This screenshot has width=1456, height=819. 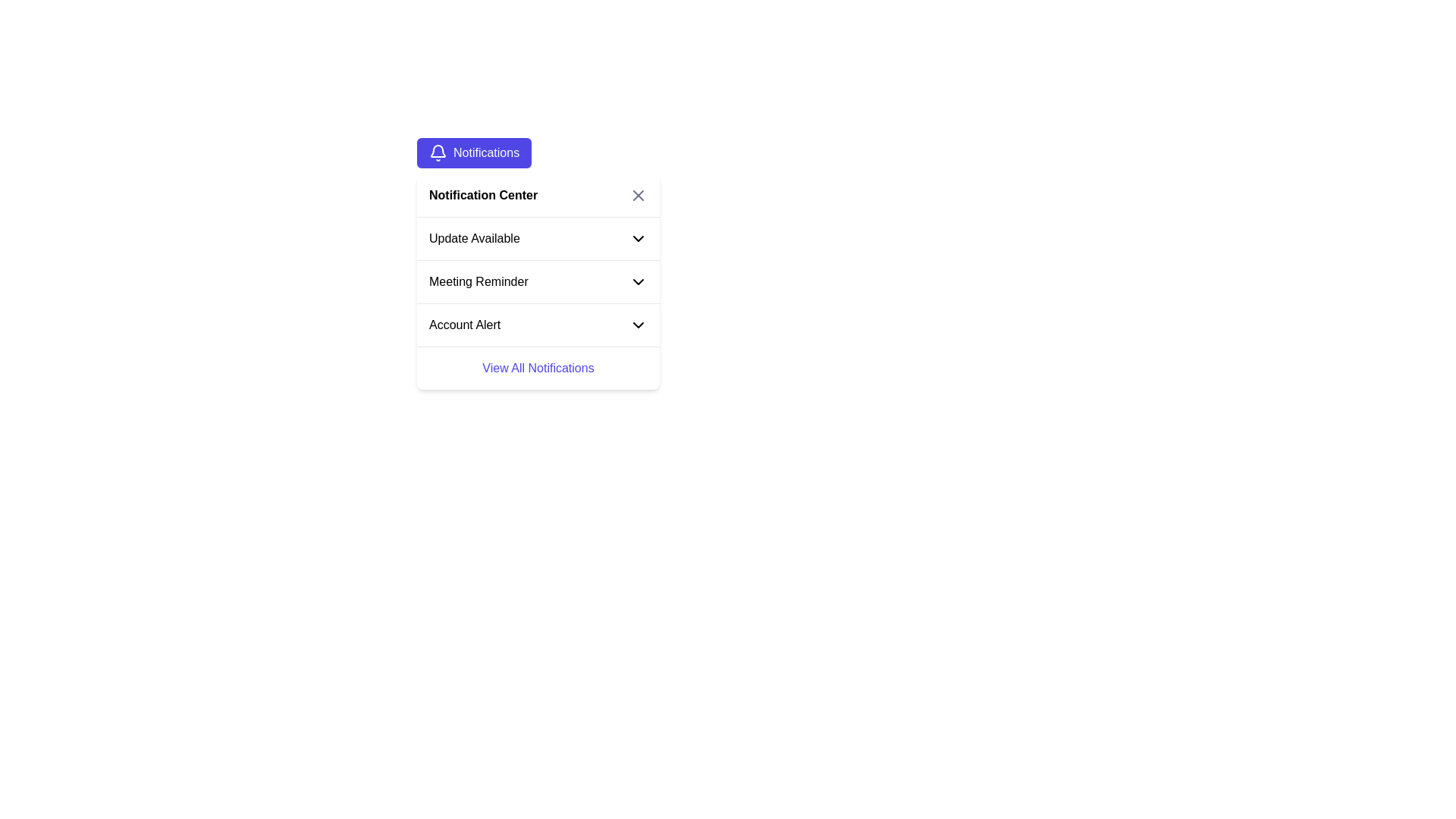 What do you see at coordinates (464, 324) in the screenshot?
I see `the static text element labeled 'Account Alert', which indicates a specific notification category within the notification dropdown menu` at bounding box center [464, 324].